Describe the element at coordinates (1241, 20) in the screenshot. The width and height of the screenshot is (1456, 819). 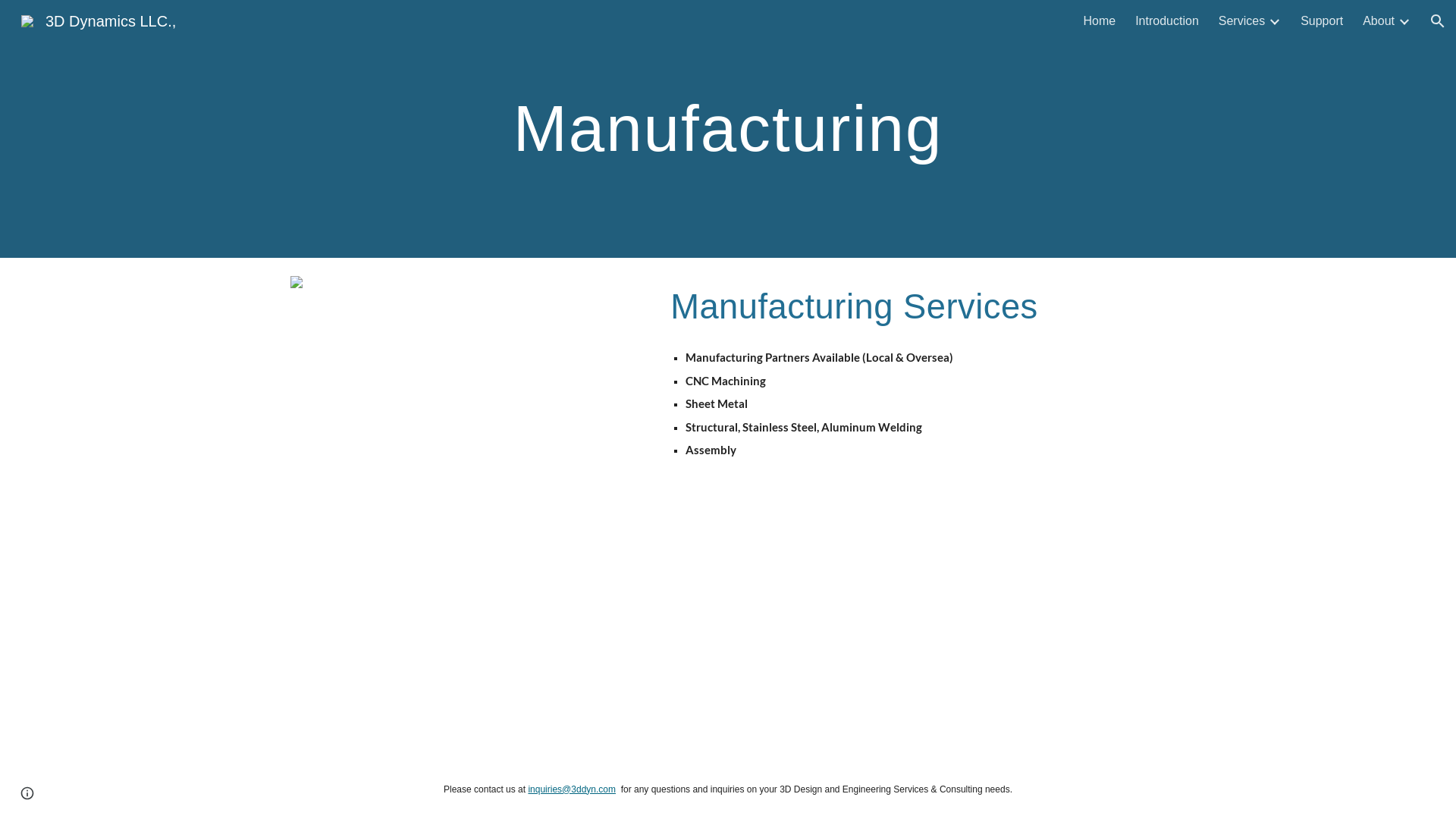
I see `'Services'` at that location.